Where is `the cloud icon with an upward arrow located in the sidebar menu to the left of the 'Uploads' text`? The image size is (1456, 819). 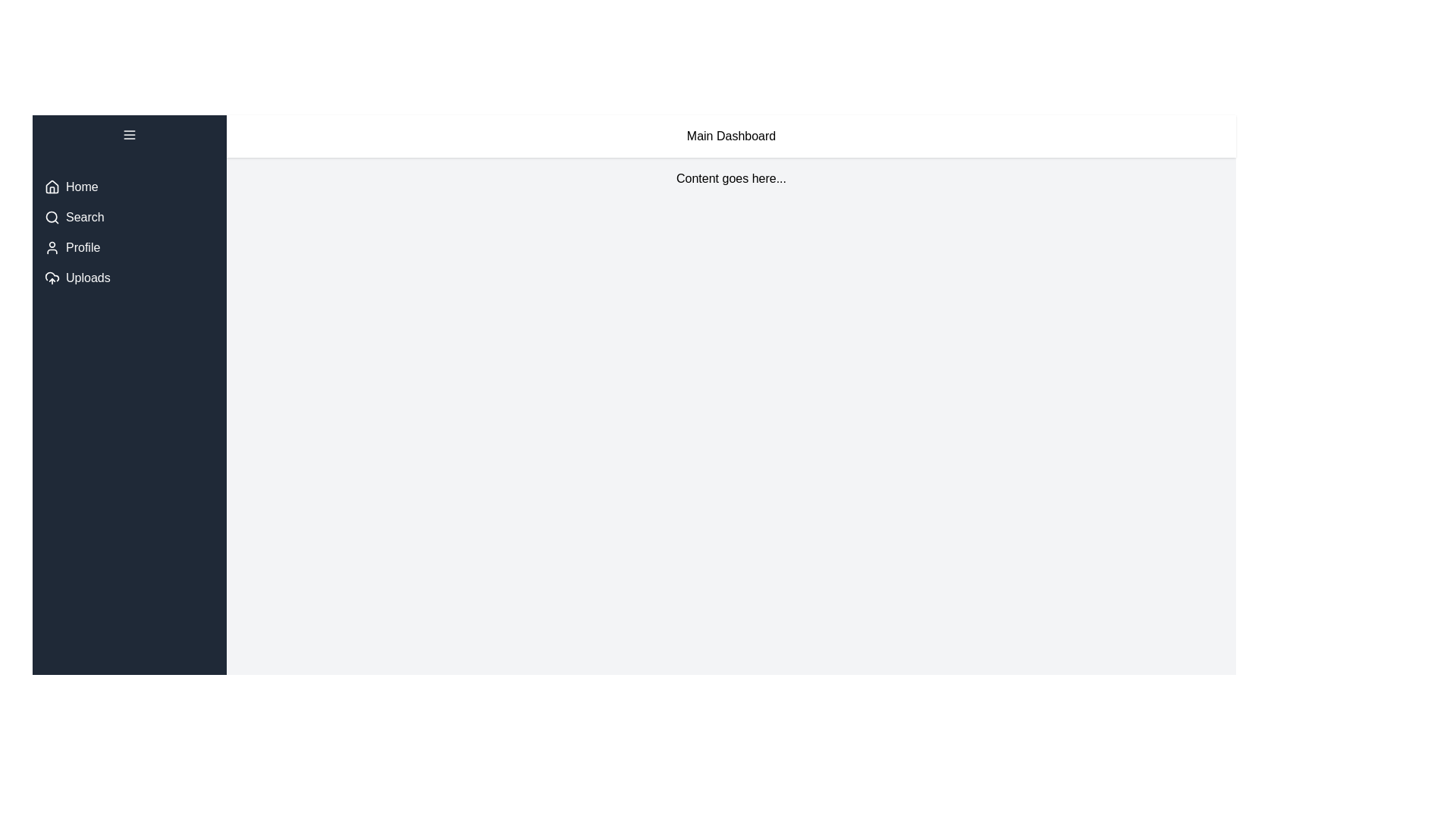 the cloud icon with an upward arrow located in the sidebar menu to the left of the 'Uploads' text is located at coordinates (52, 278).